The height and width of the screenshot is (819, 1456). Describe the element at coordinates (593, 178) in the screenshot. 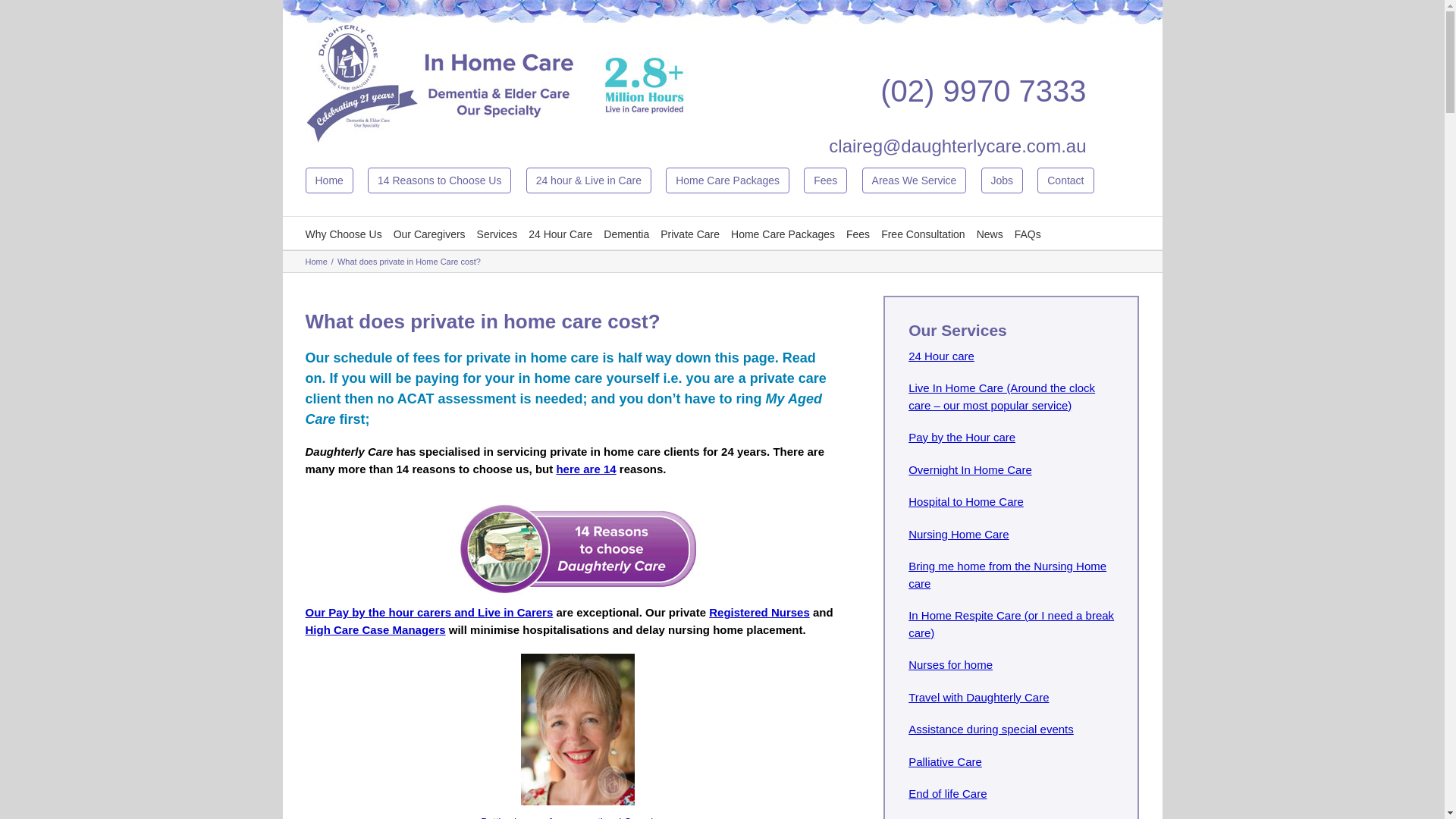

I see `'24 hour & Live in Care'` at that location.